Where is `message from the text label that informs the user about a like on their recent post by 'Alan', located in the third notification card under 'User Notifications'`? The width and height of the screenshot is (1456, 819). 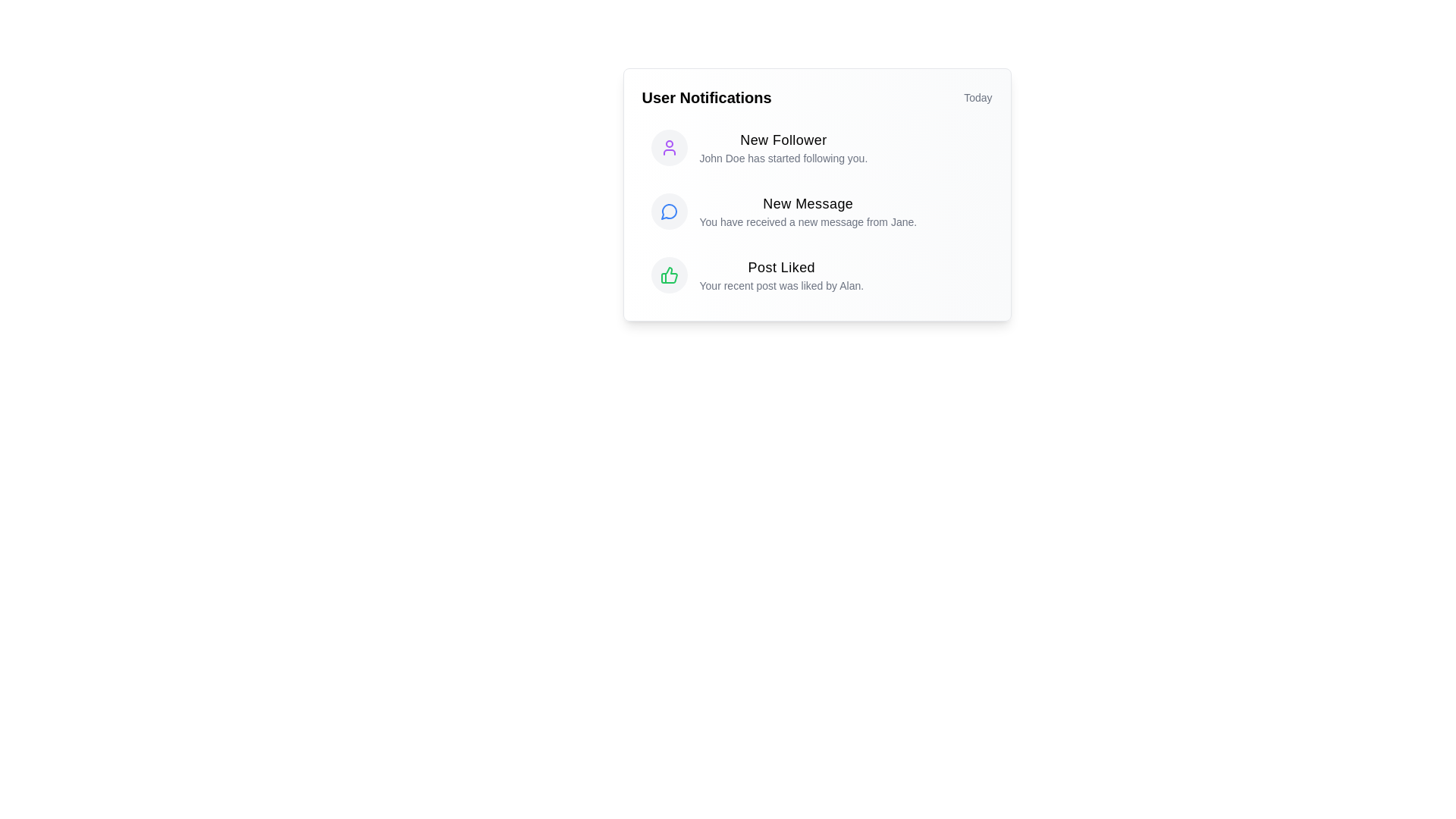
message from the text label that informs the user about a like on their recent post by 'Alan', located in the third notification card under 'User Notifications' is located at coordinates (781, 286).